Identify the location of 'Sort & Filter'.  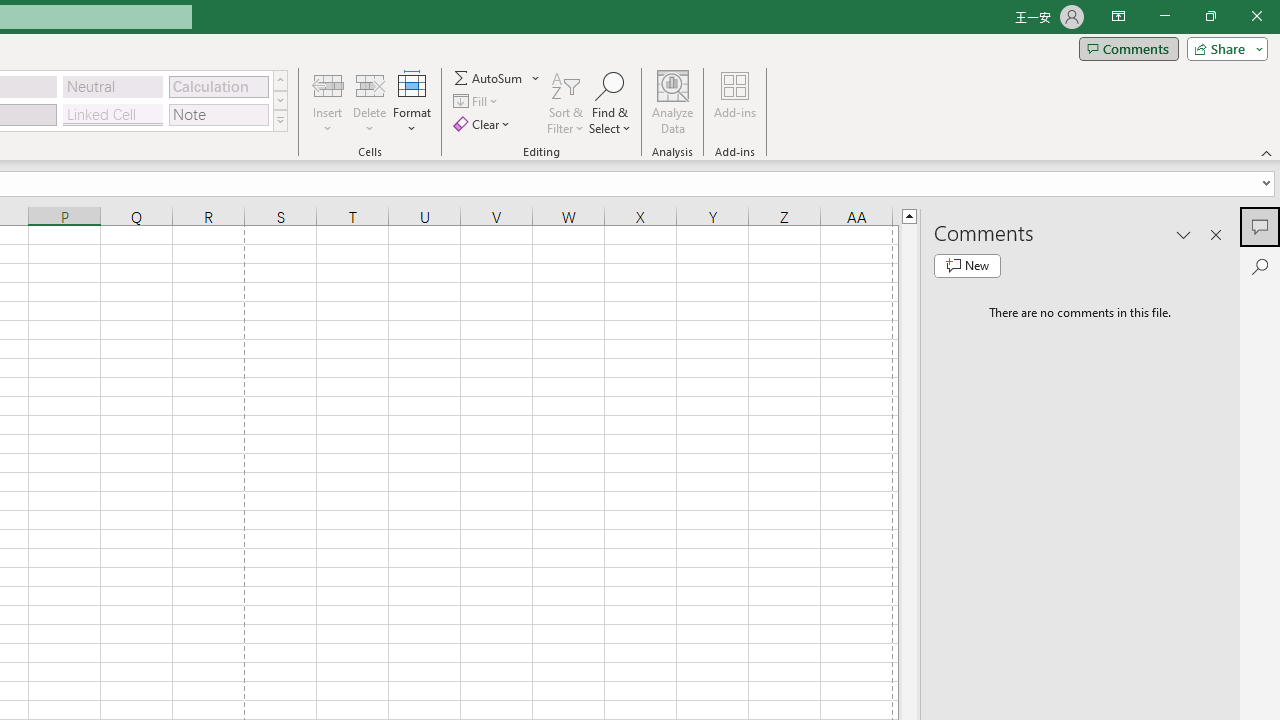
(565, 103).